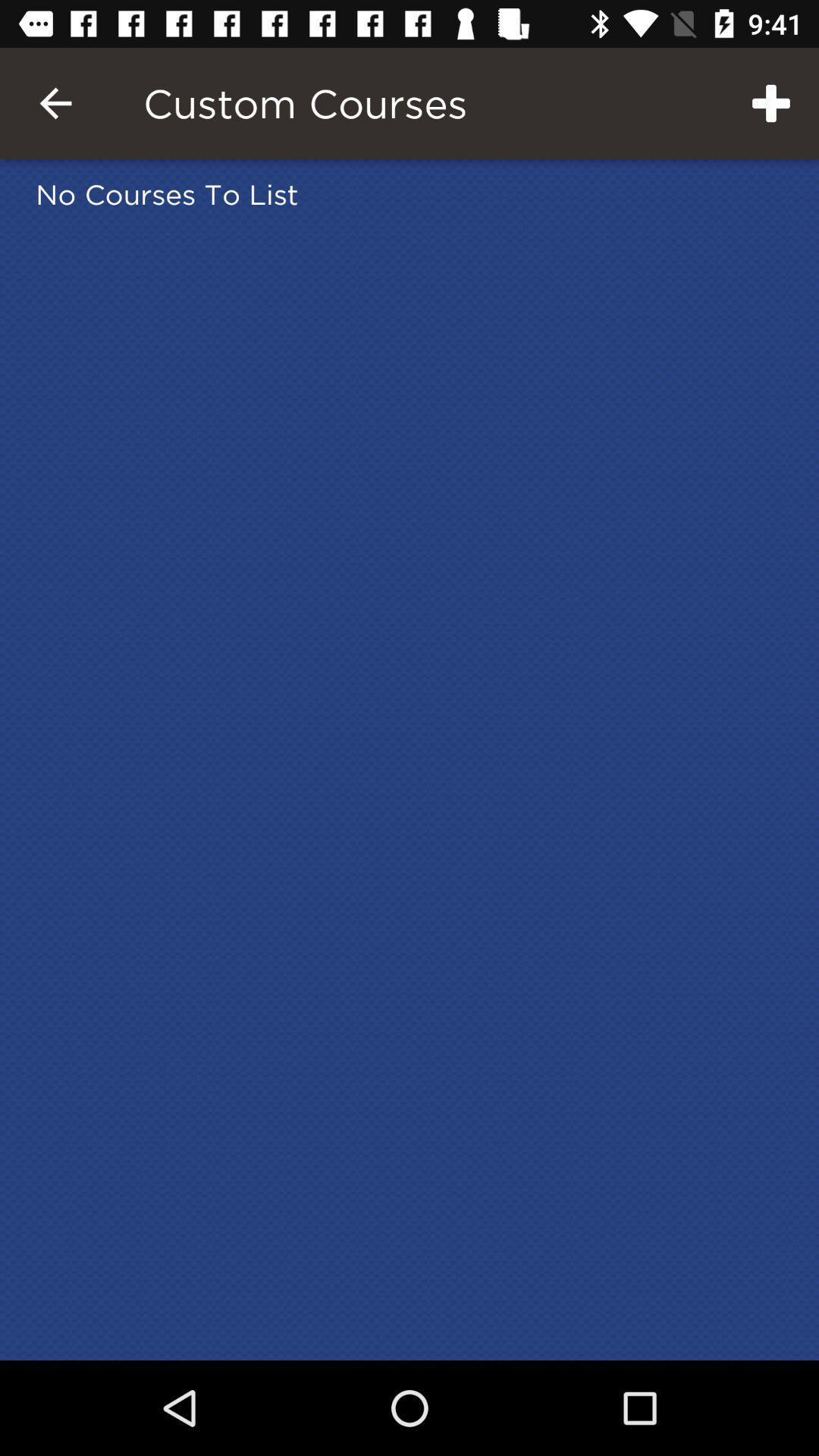 This screenshot has height=1456, width=819. I want to click on item to the right of the custom courses, so click(771, 102).